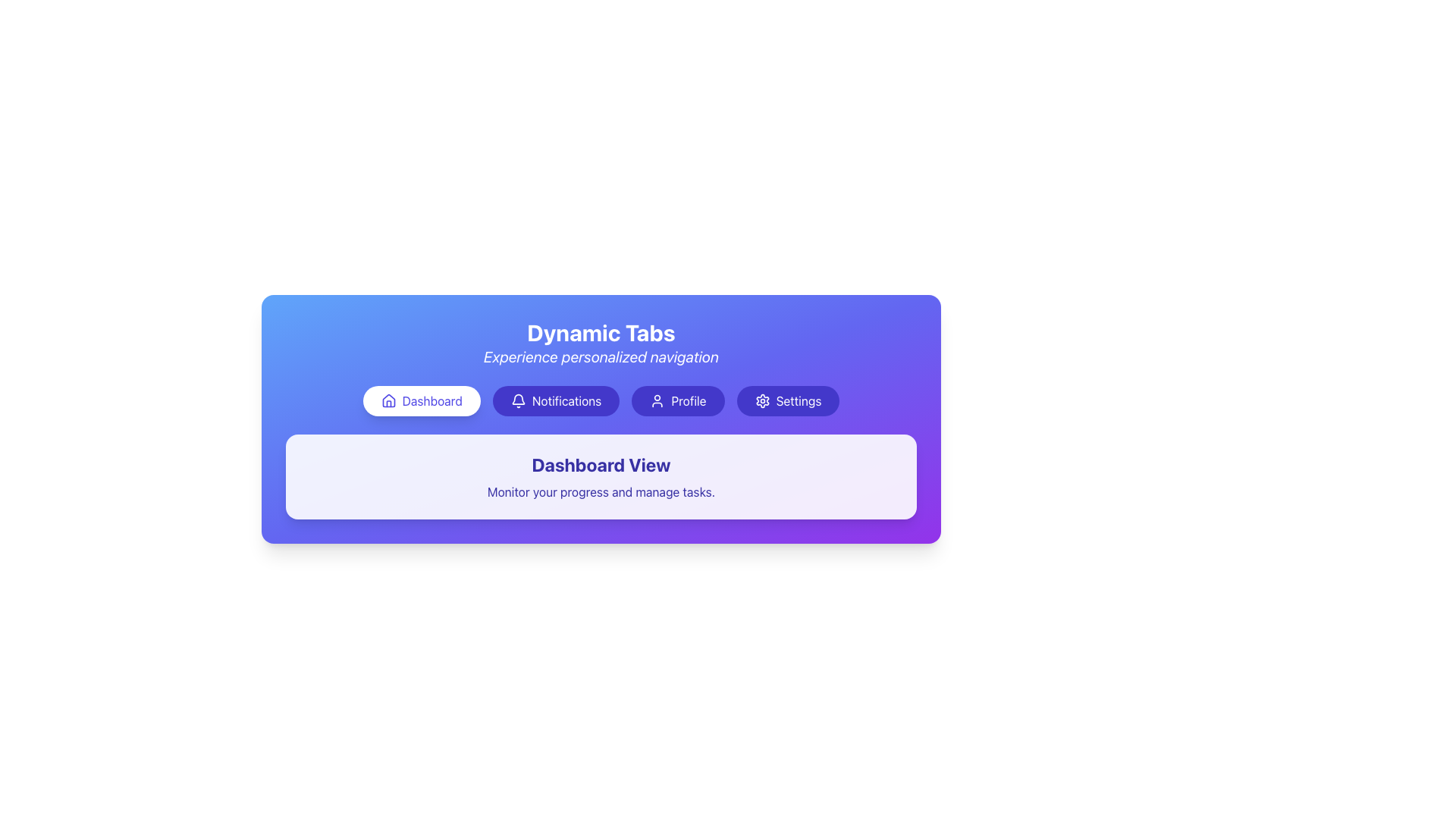 This screenshot has width=1456, height=819. What do you see at coordinates (788, 400) in the screenshot?
I see `the settings button, which is the last button in a horizontal row of tabs` at bounding box center [788, 400].